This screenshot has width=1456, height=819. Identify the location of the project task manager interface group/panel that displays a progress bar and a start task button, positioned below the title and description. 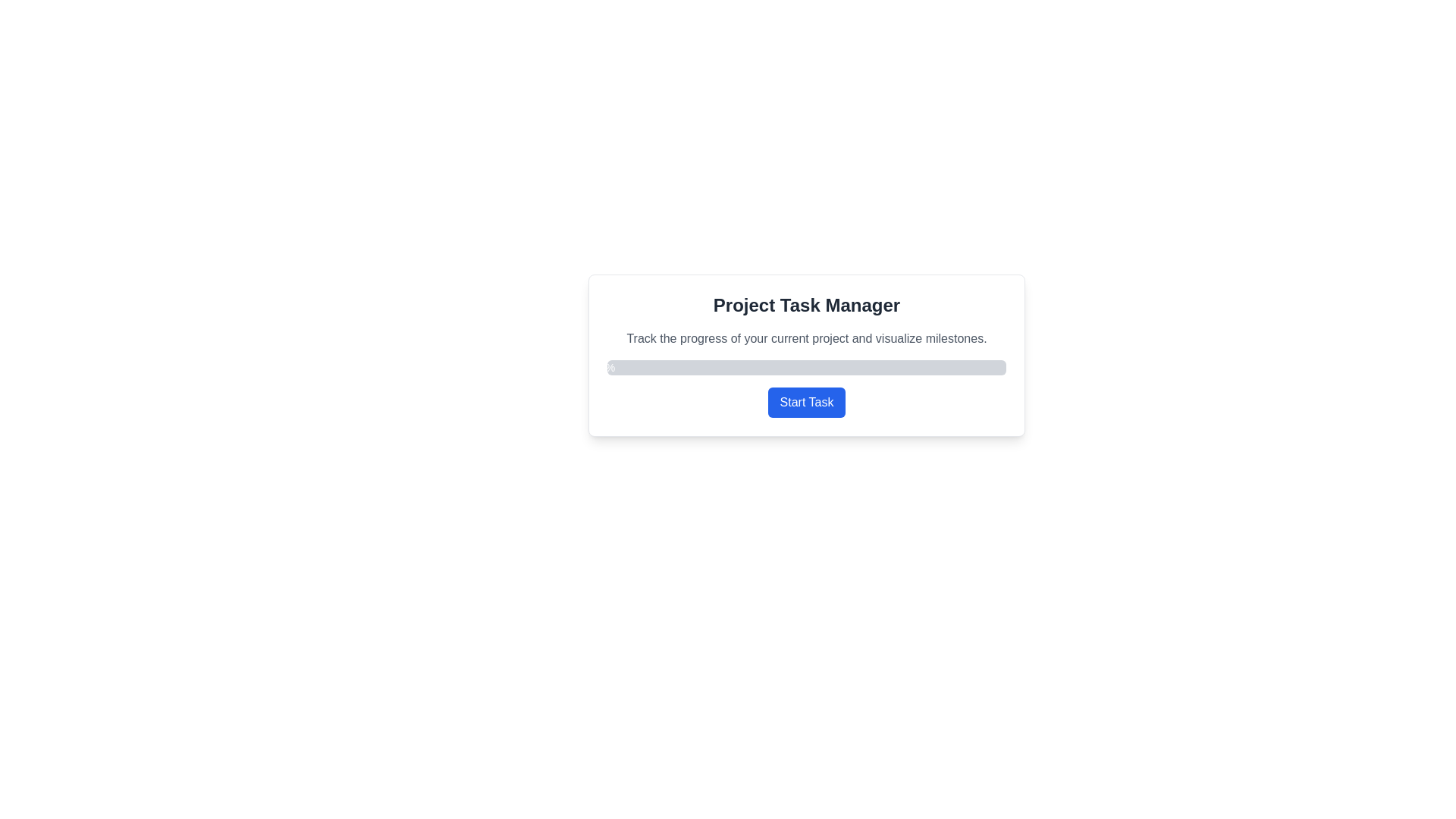
(806, 356).